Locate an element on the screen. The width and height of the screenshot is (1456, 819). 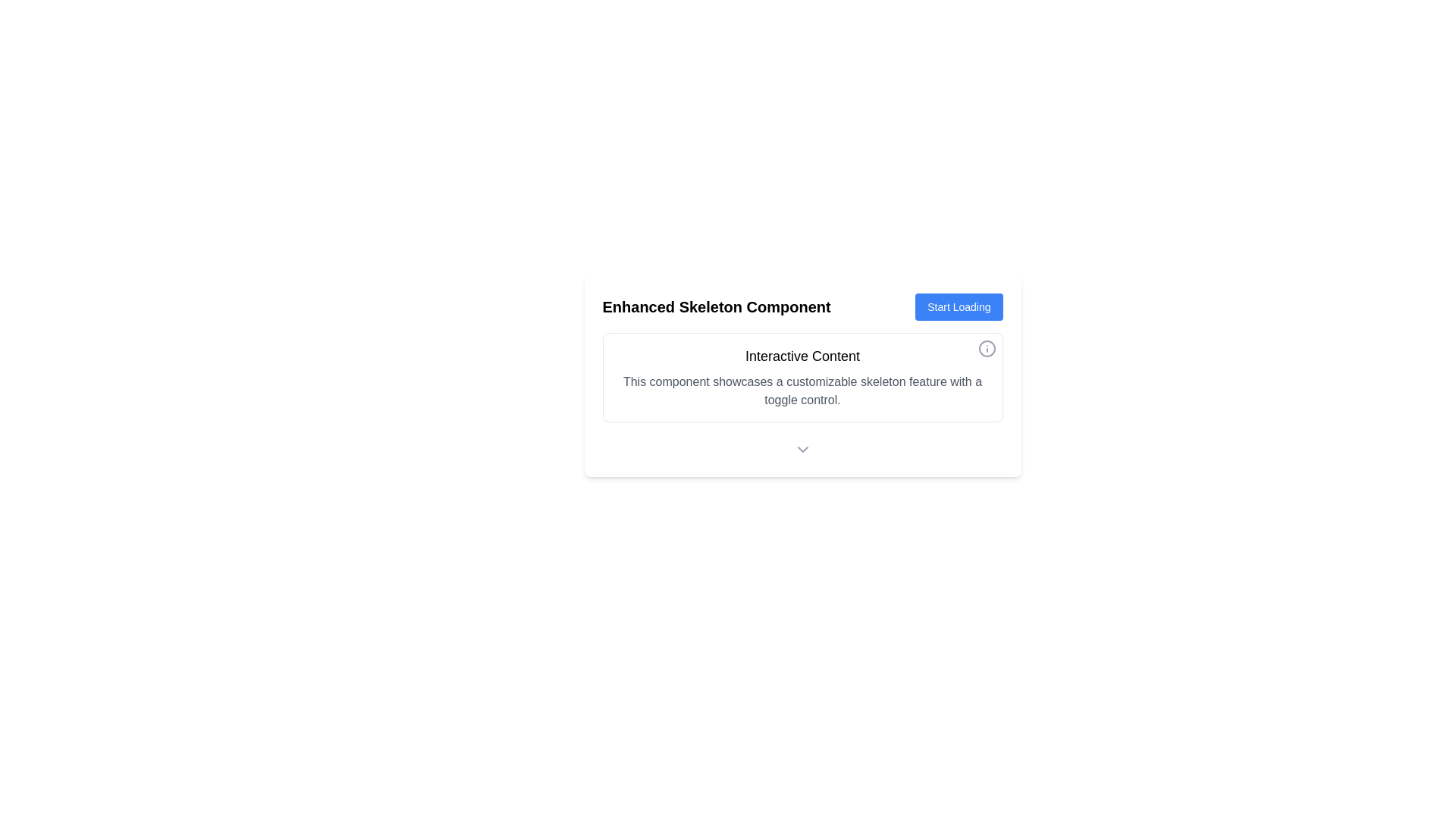
the Text Label that serves as a section title for the content under 'Enhanced Skeleton Component' is located at coordinates (802, 356).